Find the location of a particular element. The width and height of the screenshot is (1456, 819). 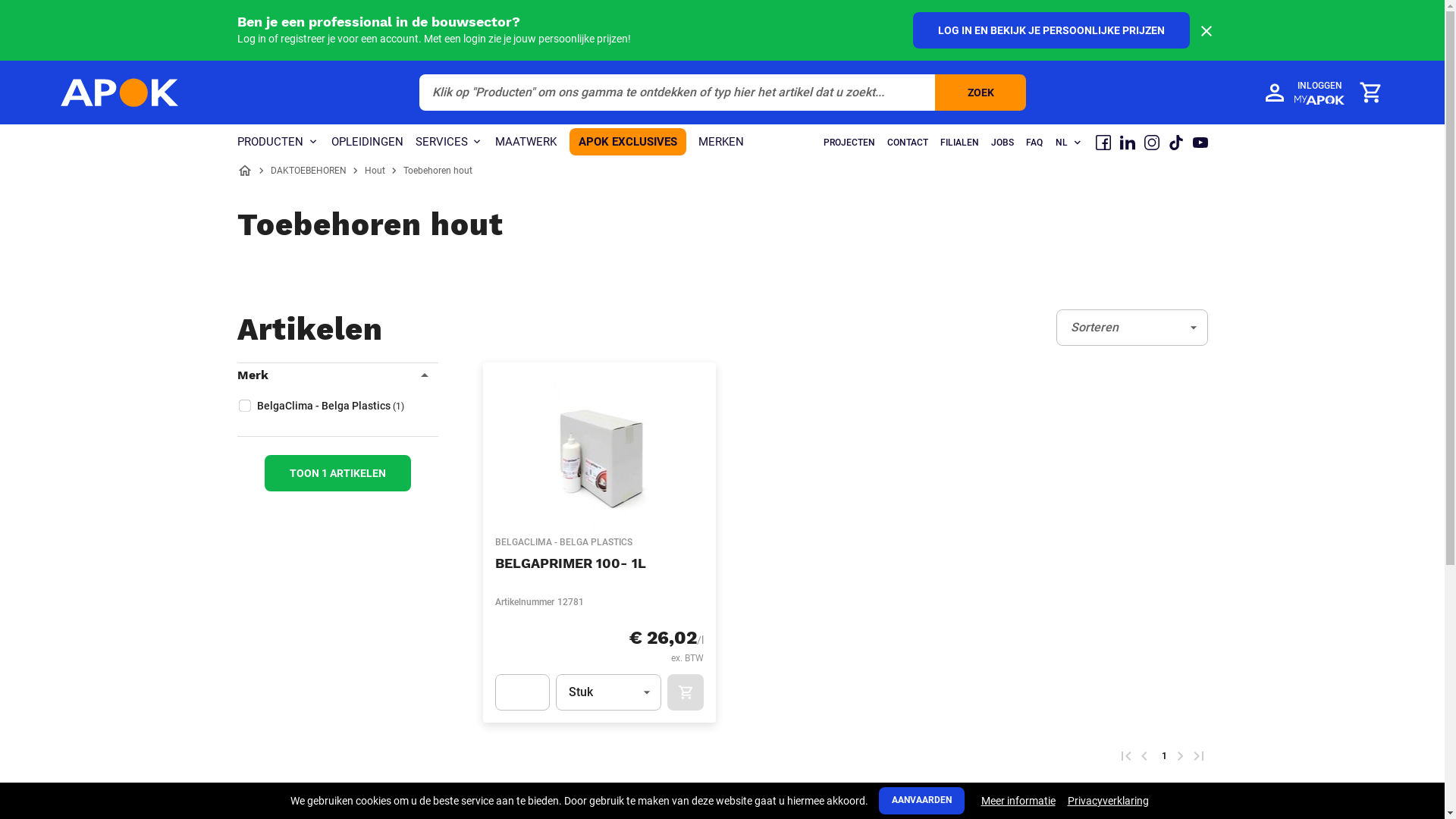

'MERKEN' is located at coordinates (720, 142).